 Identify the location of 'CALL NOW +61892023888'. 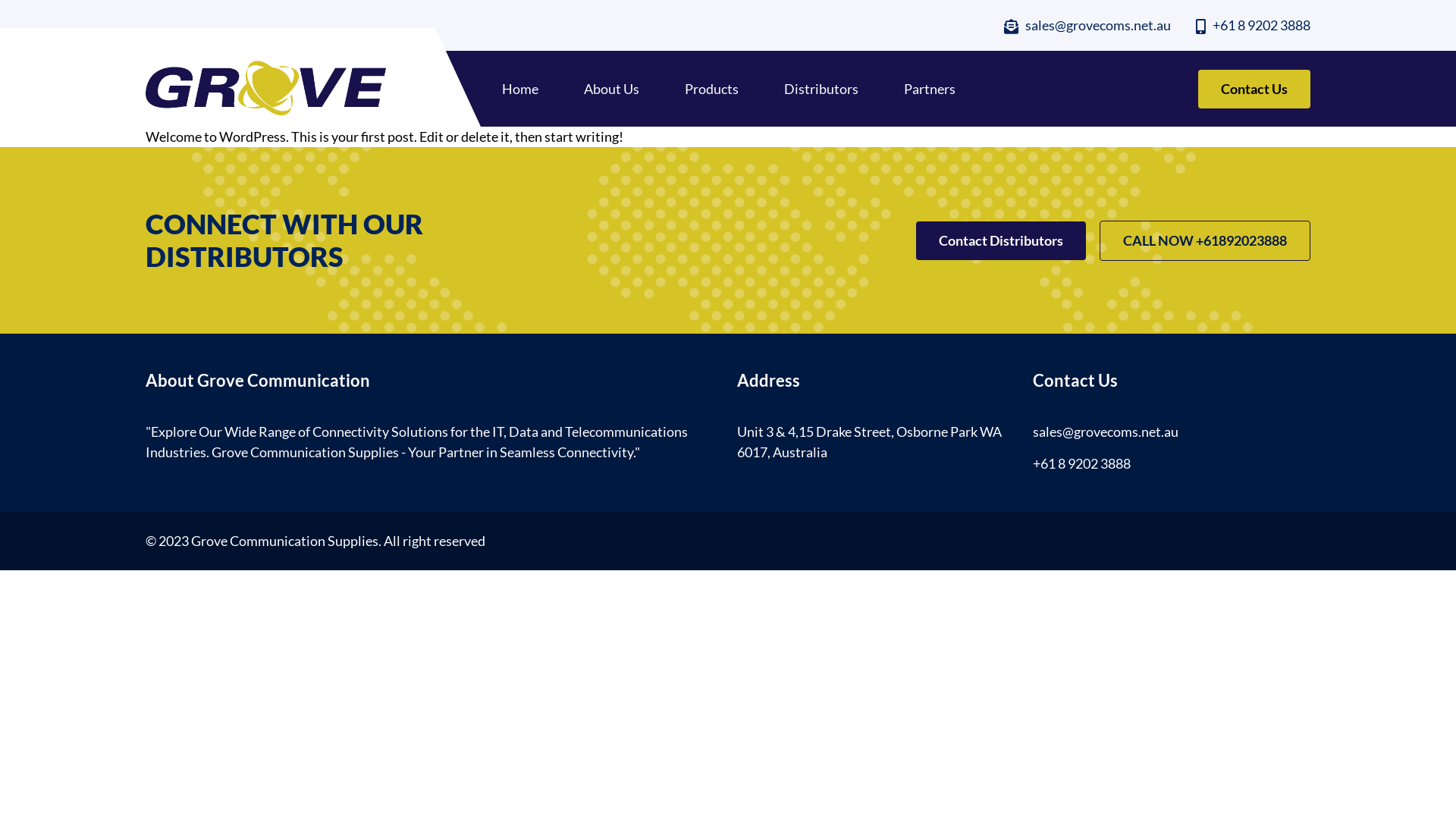
(1203, 240).